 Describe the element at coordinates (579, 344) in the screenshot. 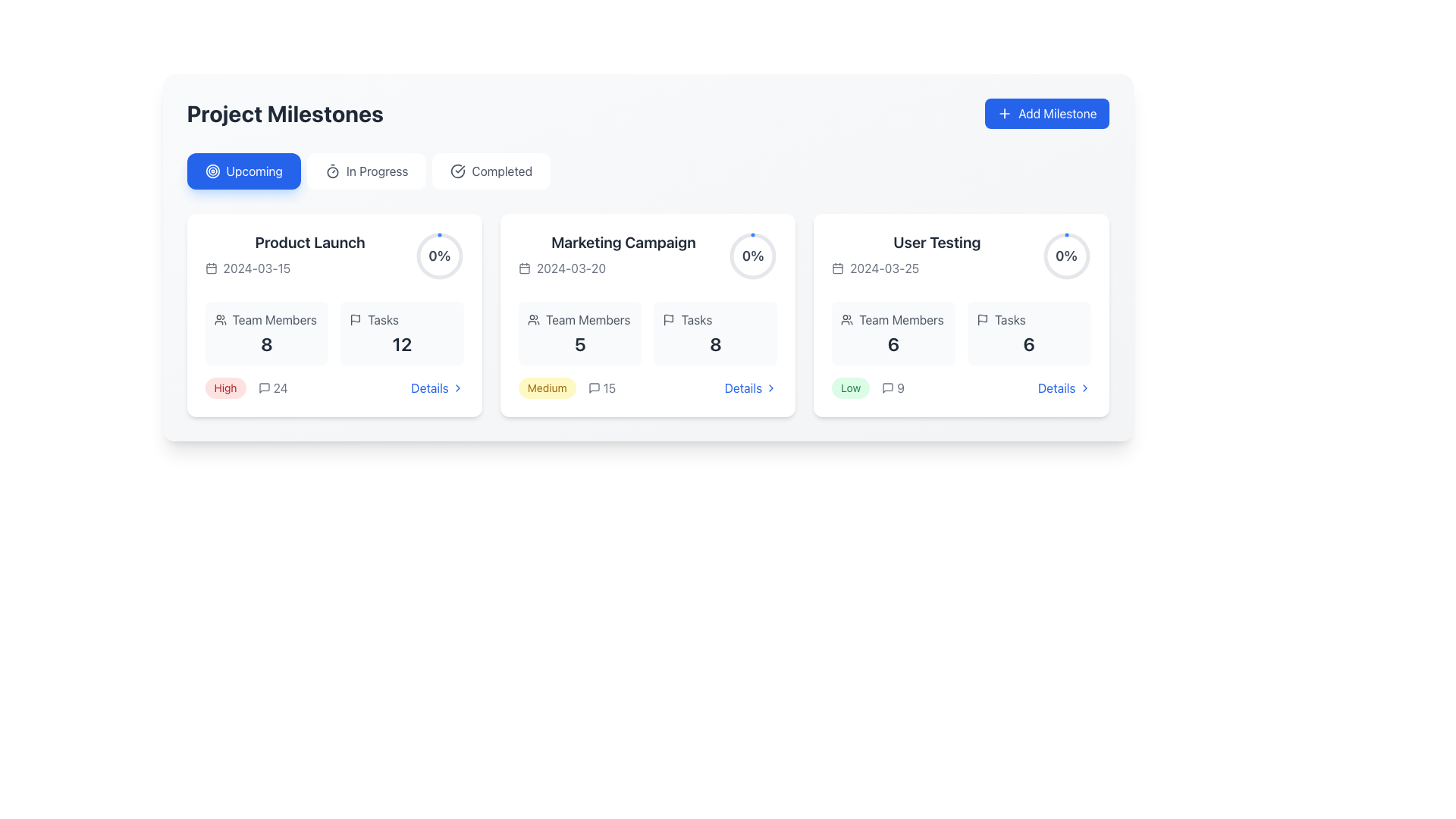

I see `the static text element that displays the number of team members assigned to the marketing campaign, located in the middle of the 'Team Members' section of the 'Marketing Campaign' card` at that location.